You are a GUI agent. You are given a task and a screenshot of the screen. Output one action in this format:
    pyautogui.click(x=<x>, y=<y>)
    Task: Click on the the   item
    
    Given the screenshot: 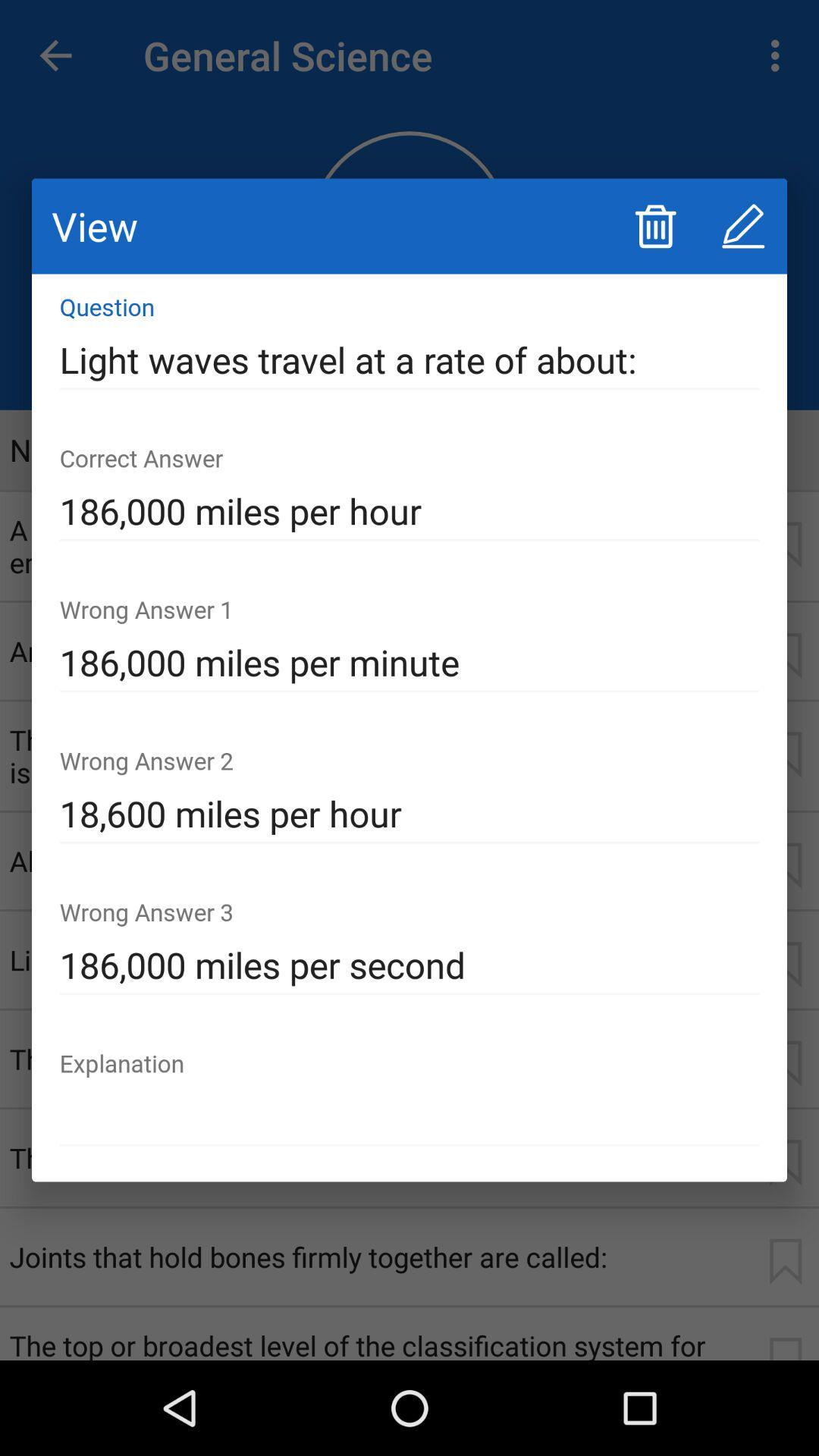 What is the action you would take?
    pyautogui.click(x=409, y=1117)
    